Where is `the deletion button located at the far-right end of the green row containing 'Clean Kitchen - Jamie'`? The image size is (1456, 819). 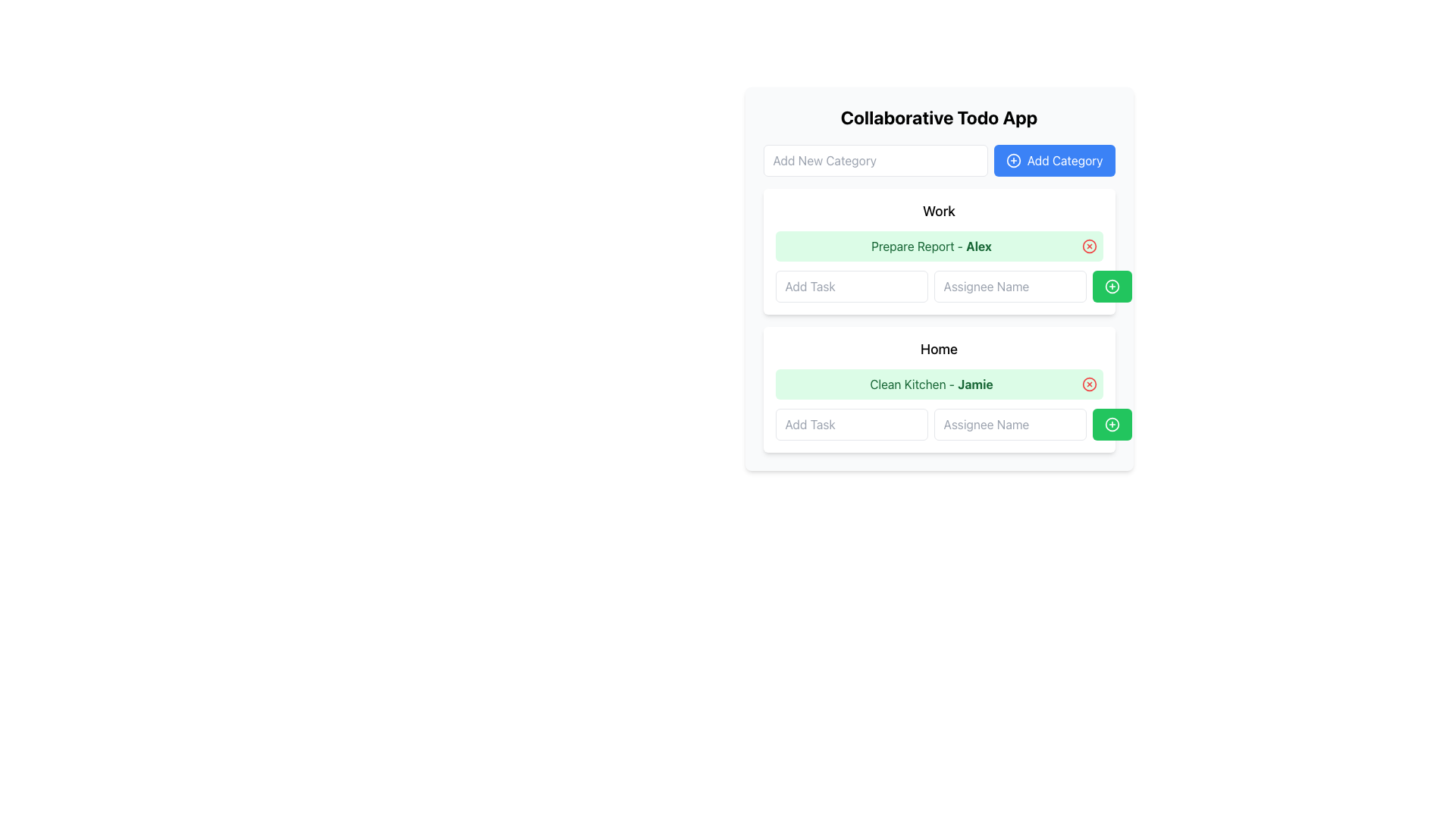
the deletion button located at the far-right end of the green row containing 'Clean Kitchen - Jamie' is located at coordinates (1088, 383).